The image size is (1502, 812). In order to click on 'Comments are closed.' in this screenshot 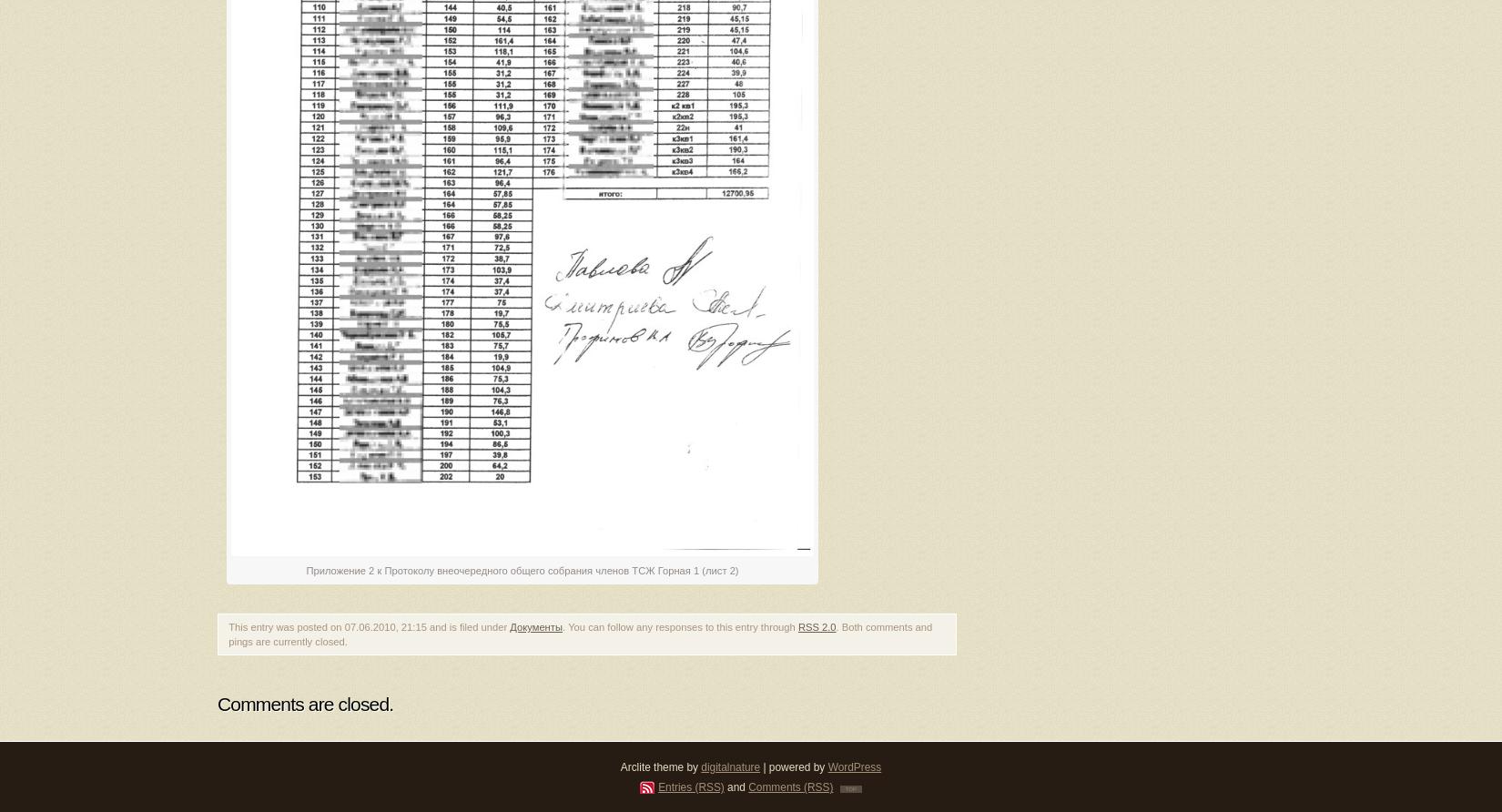, I will do `click(305, 703)`.